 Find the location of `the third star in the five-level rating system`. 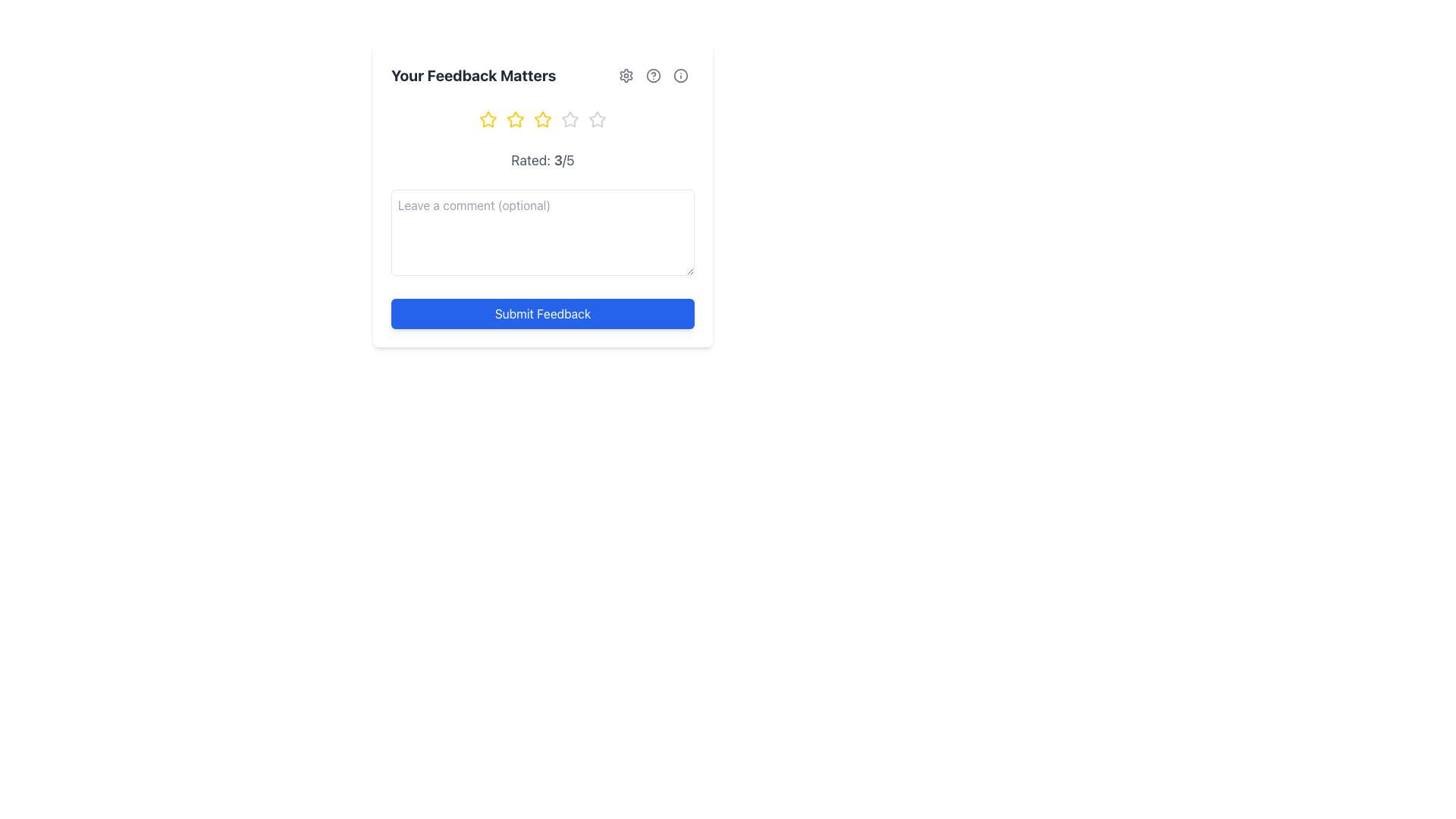

the third star in the five-level rating system is located at coordinates (542, 119).